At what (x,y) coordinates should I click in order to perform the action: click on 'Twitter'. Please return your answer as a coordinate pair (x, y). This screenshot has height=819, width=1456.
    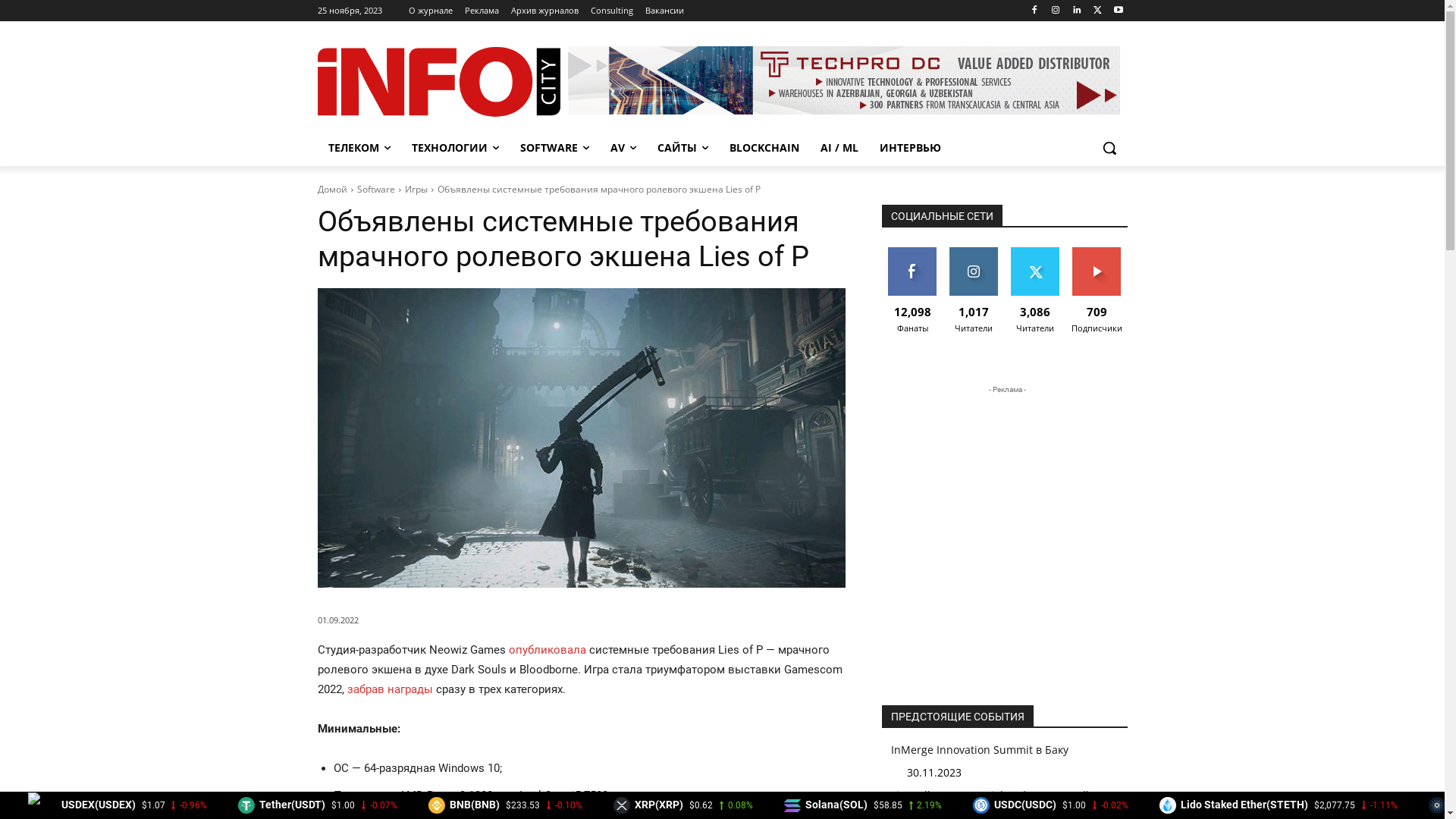
    Looking at the image, I should click on (1087, 10).